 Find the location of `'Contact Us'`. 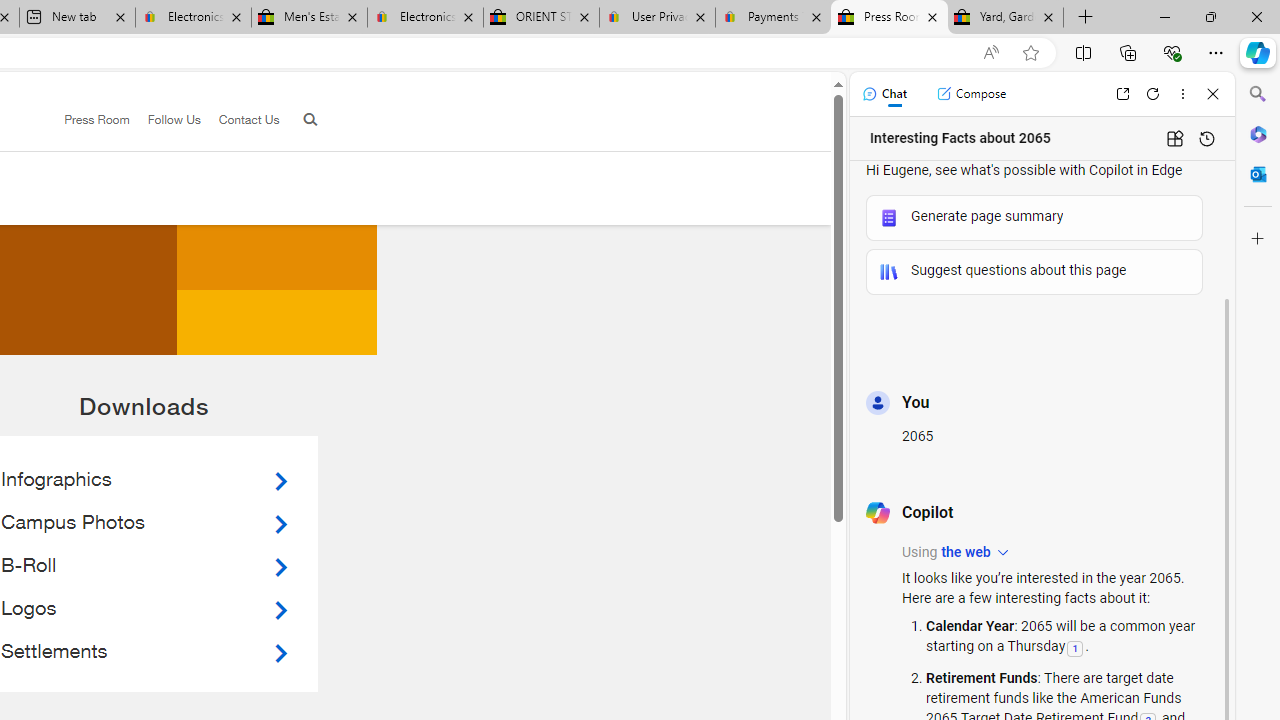

'Contact Us' is located at coordinates (247, 119).